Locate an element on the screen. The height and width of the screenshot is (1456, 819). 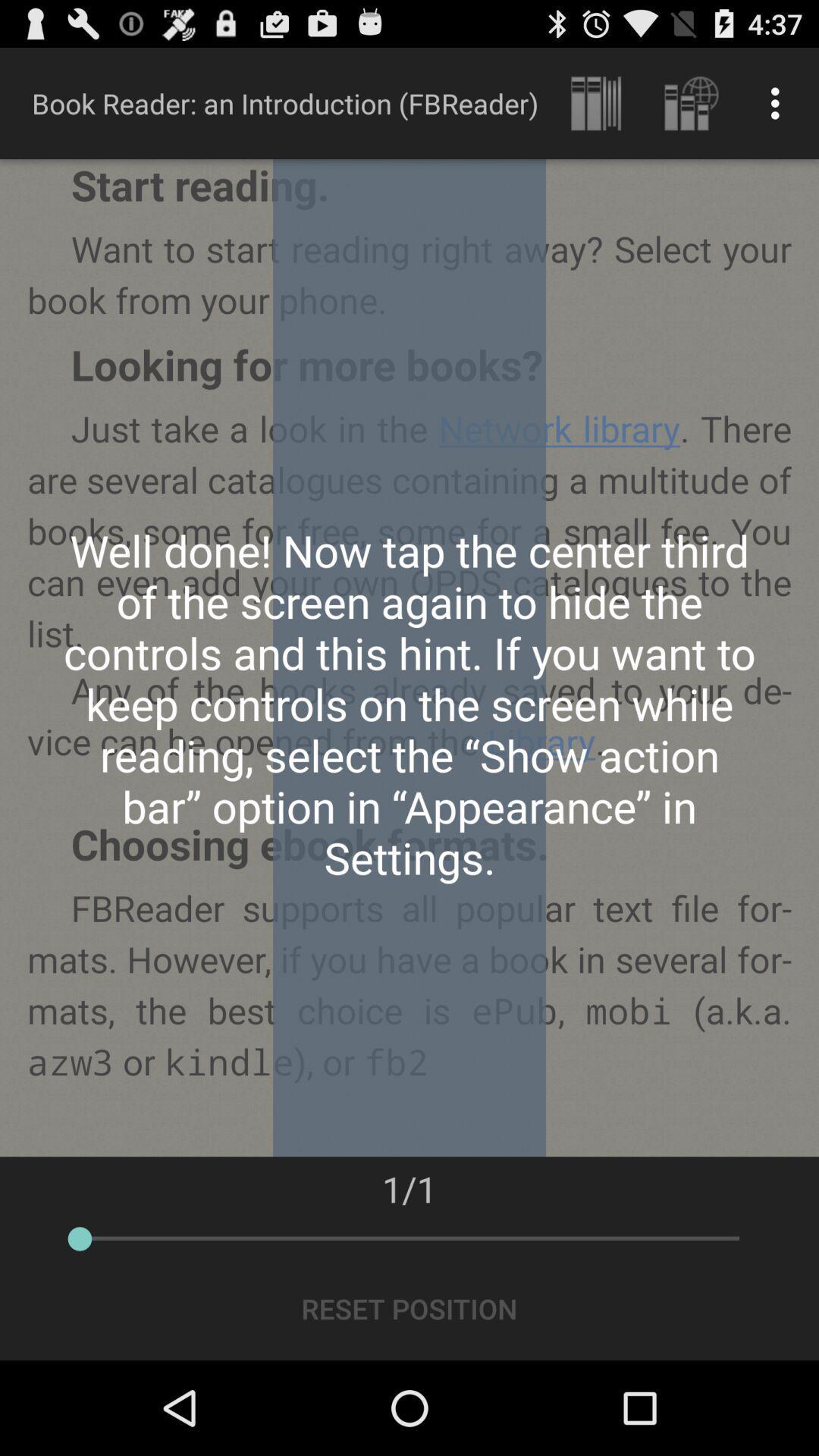
reset position is located at coordinates (409, 1310).